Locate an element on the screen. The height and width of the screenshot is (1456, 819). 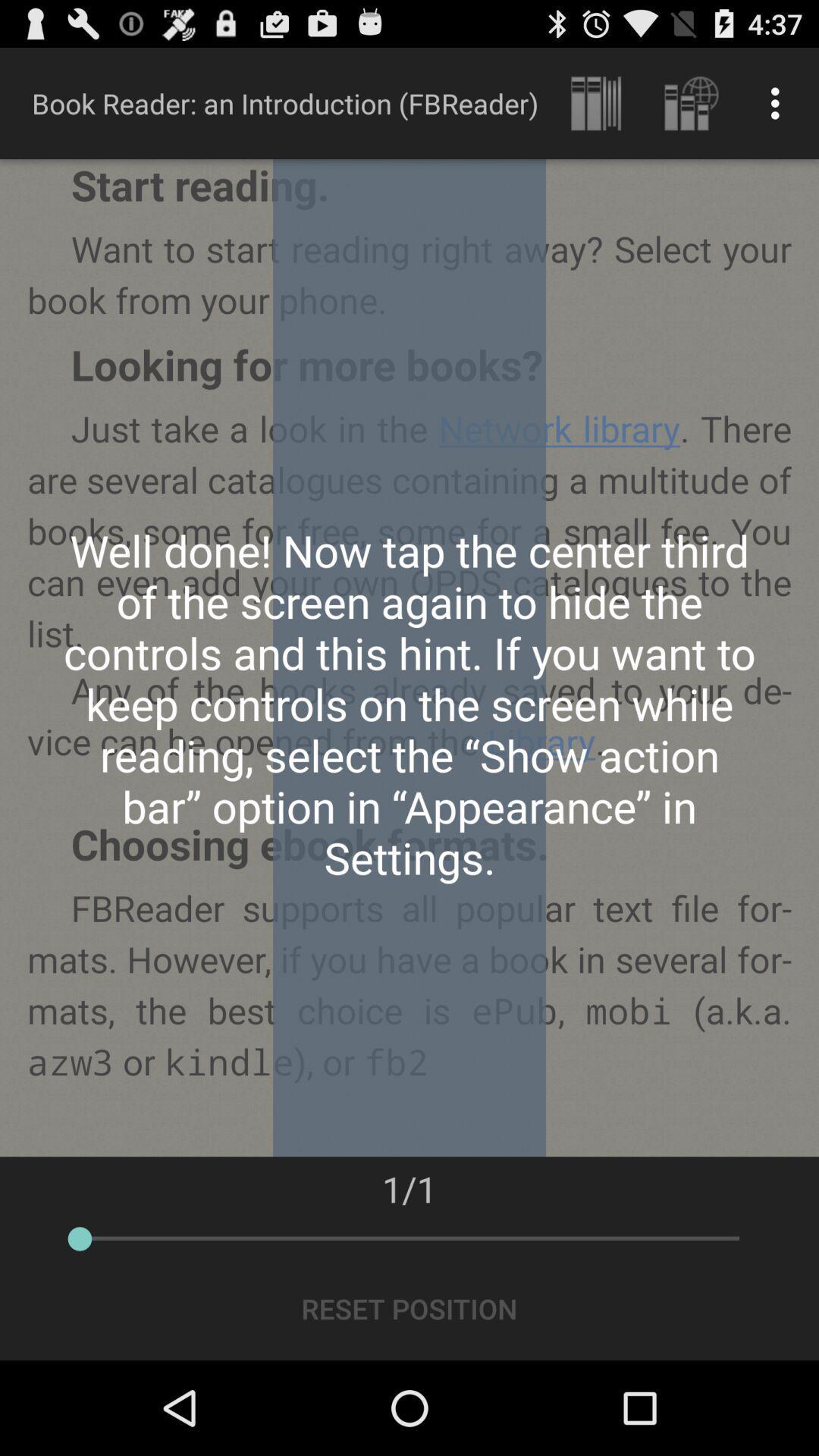
reset position is located at coordinates (409, 1310).